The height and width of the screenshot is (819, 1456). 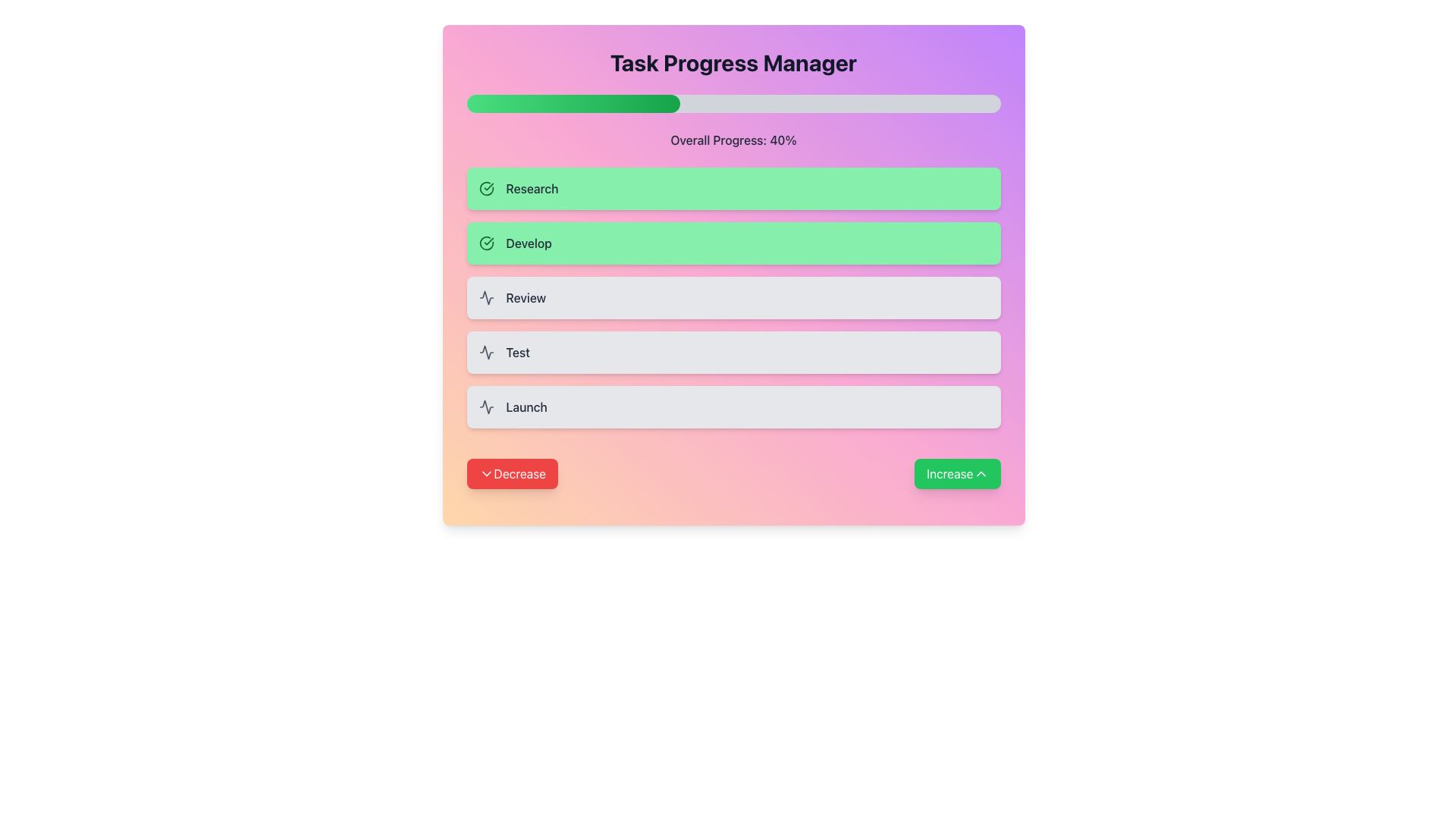 I want to click on the 'Review' phase in the task progression tracker if it is interactive, so click(x=733, y=298).